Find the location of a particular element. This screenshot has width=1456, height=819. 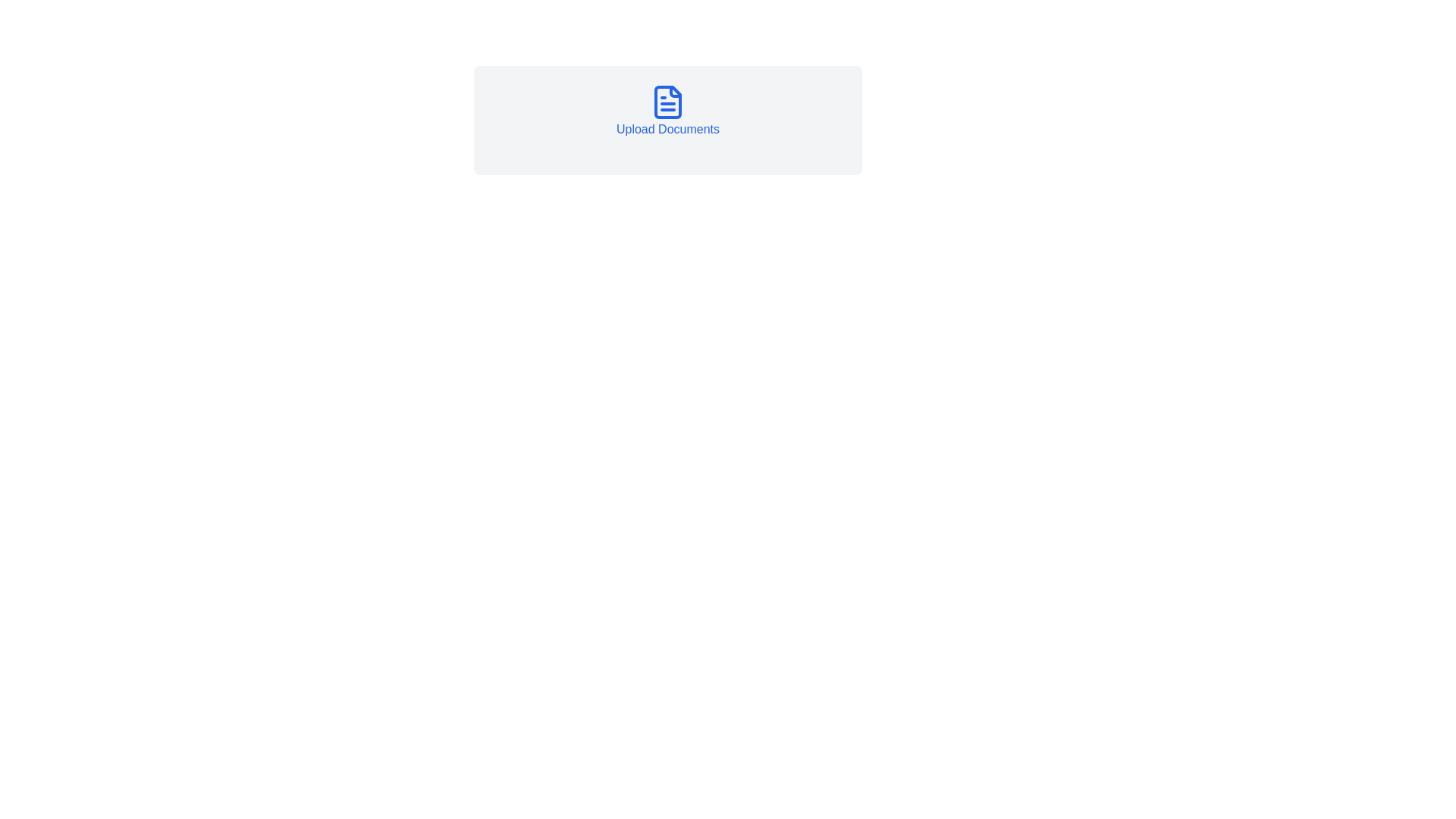

the small graphical feature resembling a line segment in the top-right section of the document-shaped icon within the SVG element is located at coordinates (675, 91).